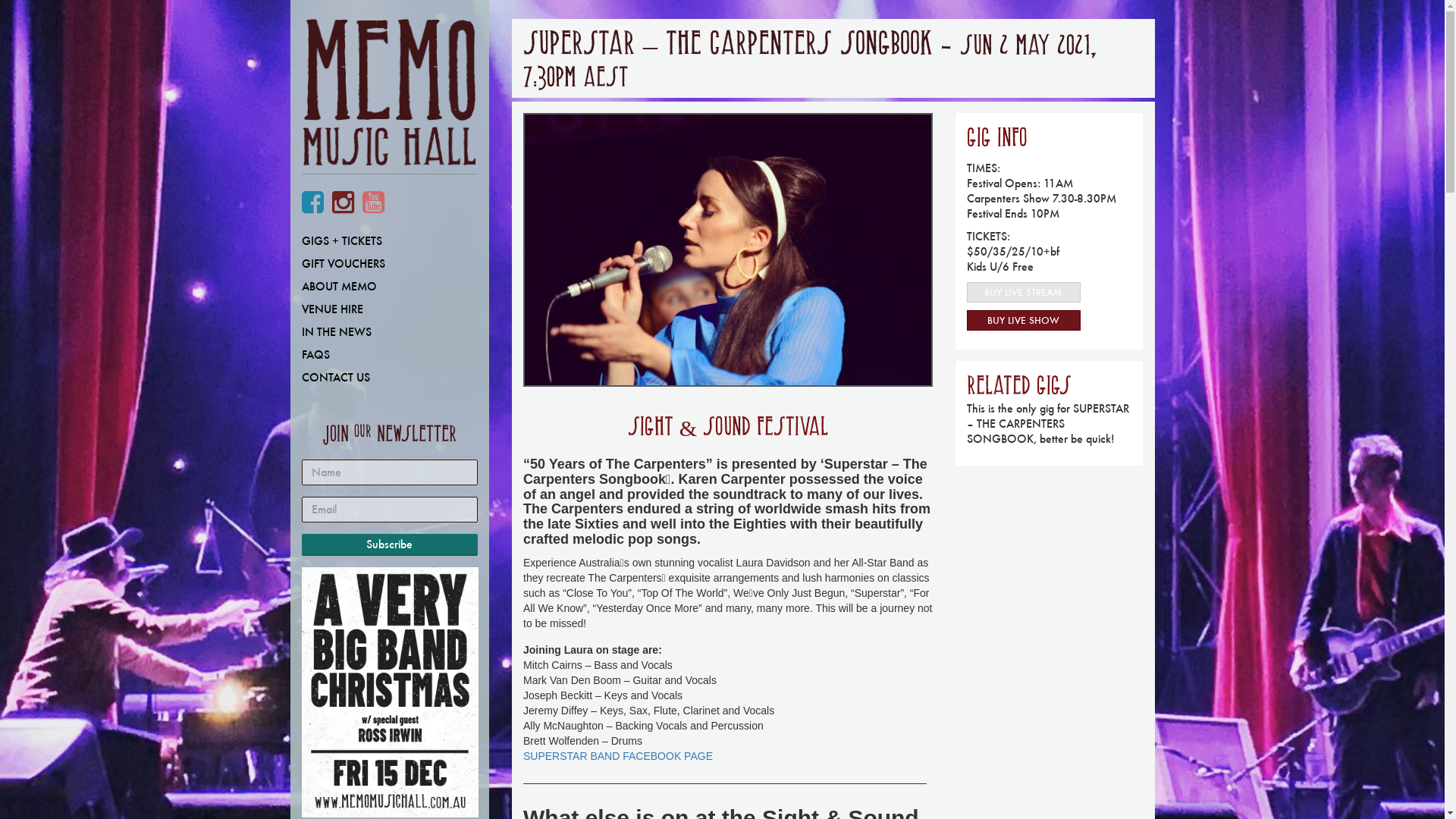 The image size is (1456, 819). Describe the element at coordinates (389, 262) in the screenshot. I see `'GIFT VOUCHERS'` at that location.